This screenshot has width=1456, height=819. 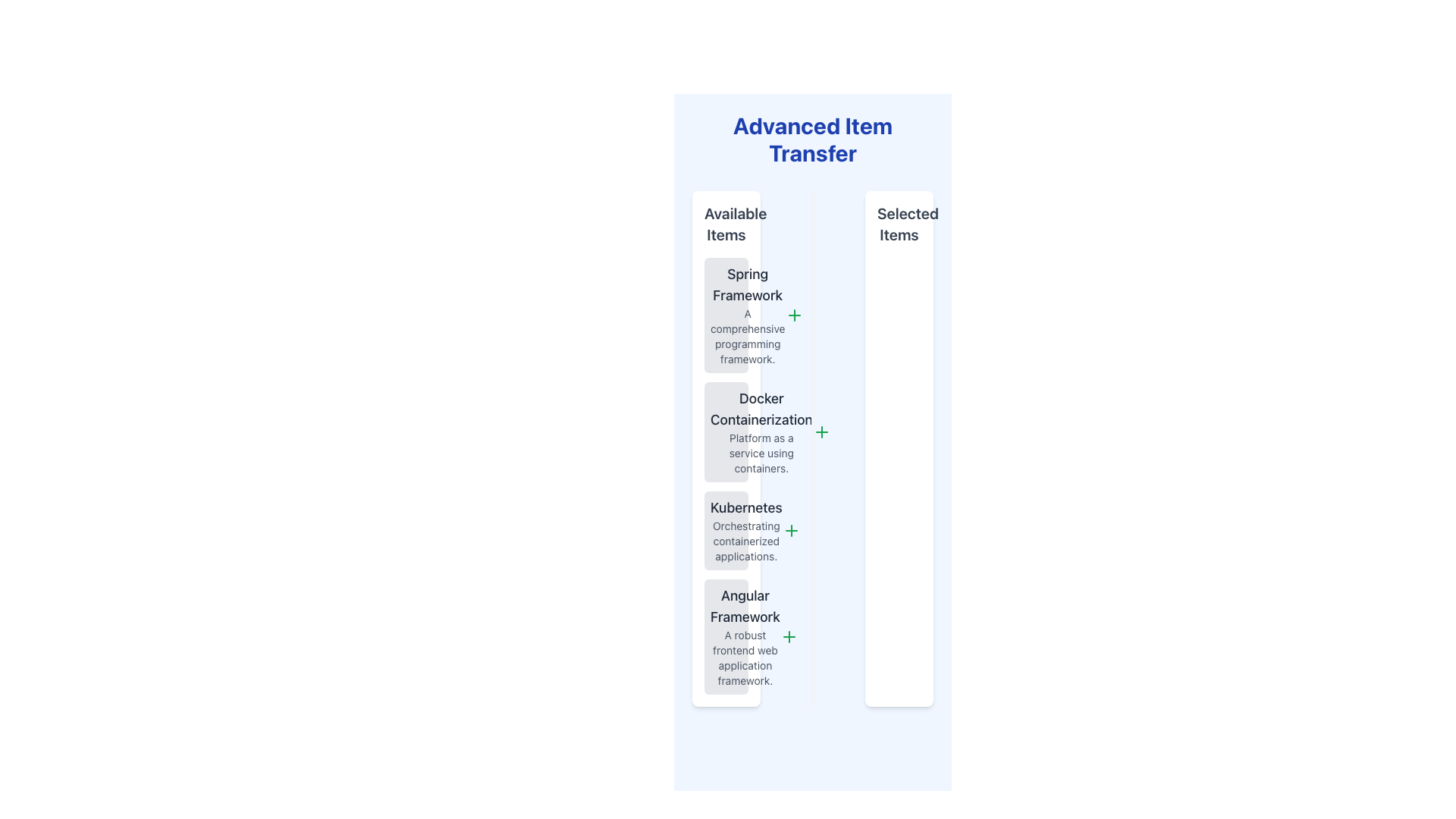 What do you see at coordinates (761, 432) in the screenshot?
I see `the Text Display Component that shows 'Docker Containerization'` at bounding box center [761, 432].